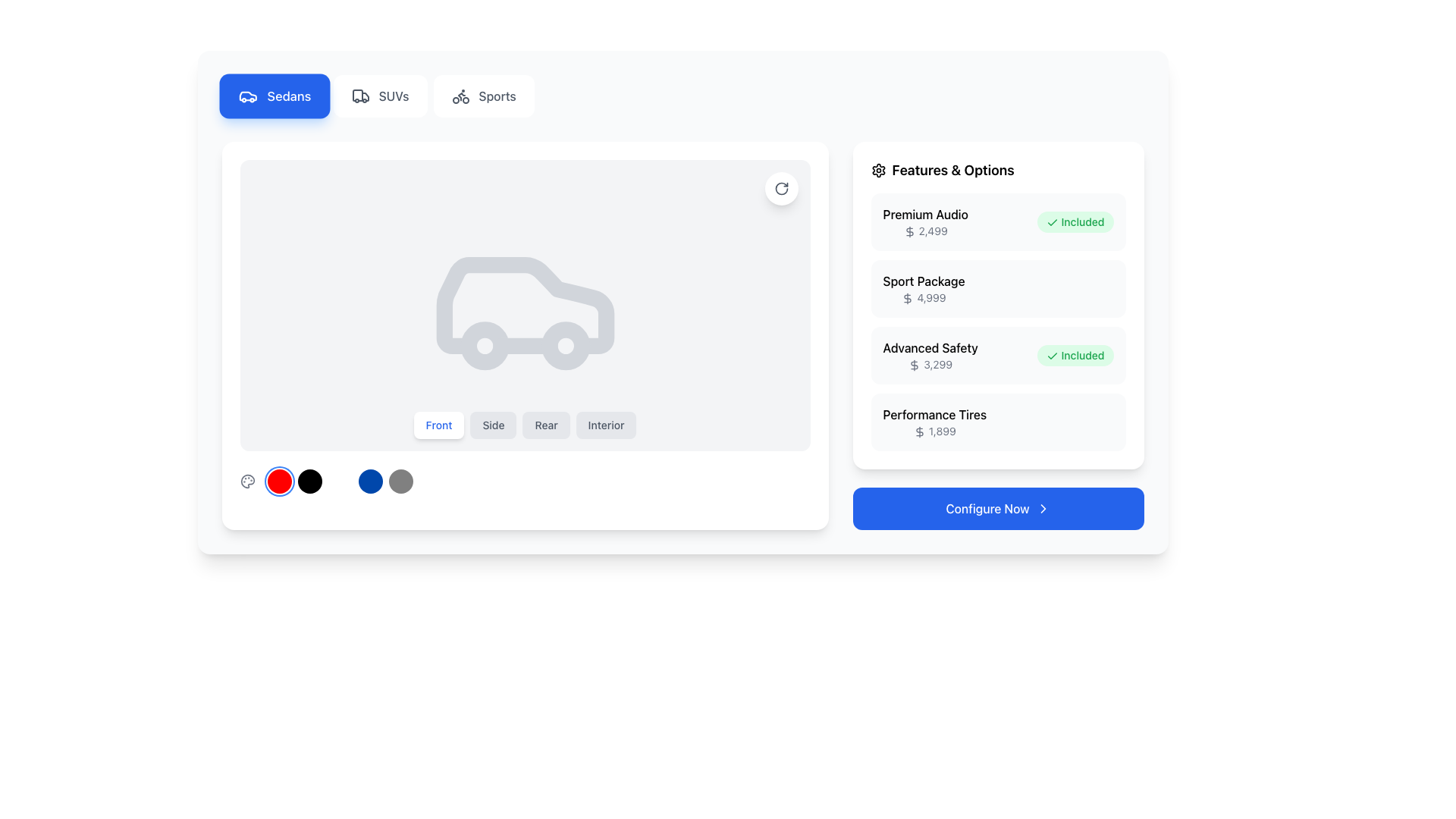 This screenshot has height=819, width=1456. Describe the element at coordinates (930, 356) in the screenshot. I see `the informational text block providing details about the 'Advanced Safety' feature, which is the third item in the vertical list under 'Features & Options' and located between 'Sport Package' and 'Performance Tires'` at that location.